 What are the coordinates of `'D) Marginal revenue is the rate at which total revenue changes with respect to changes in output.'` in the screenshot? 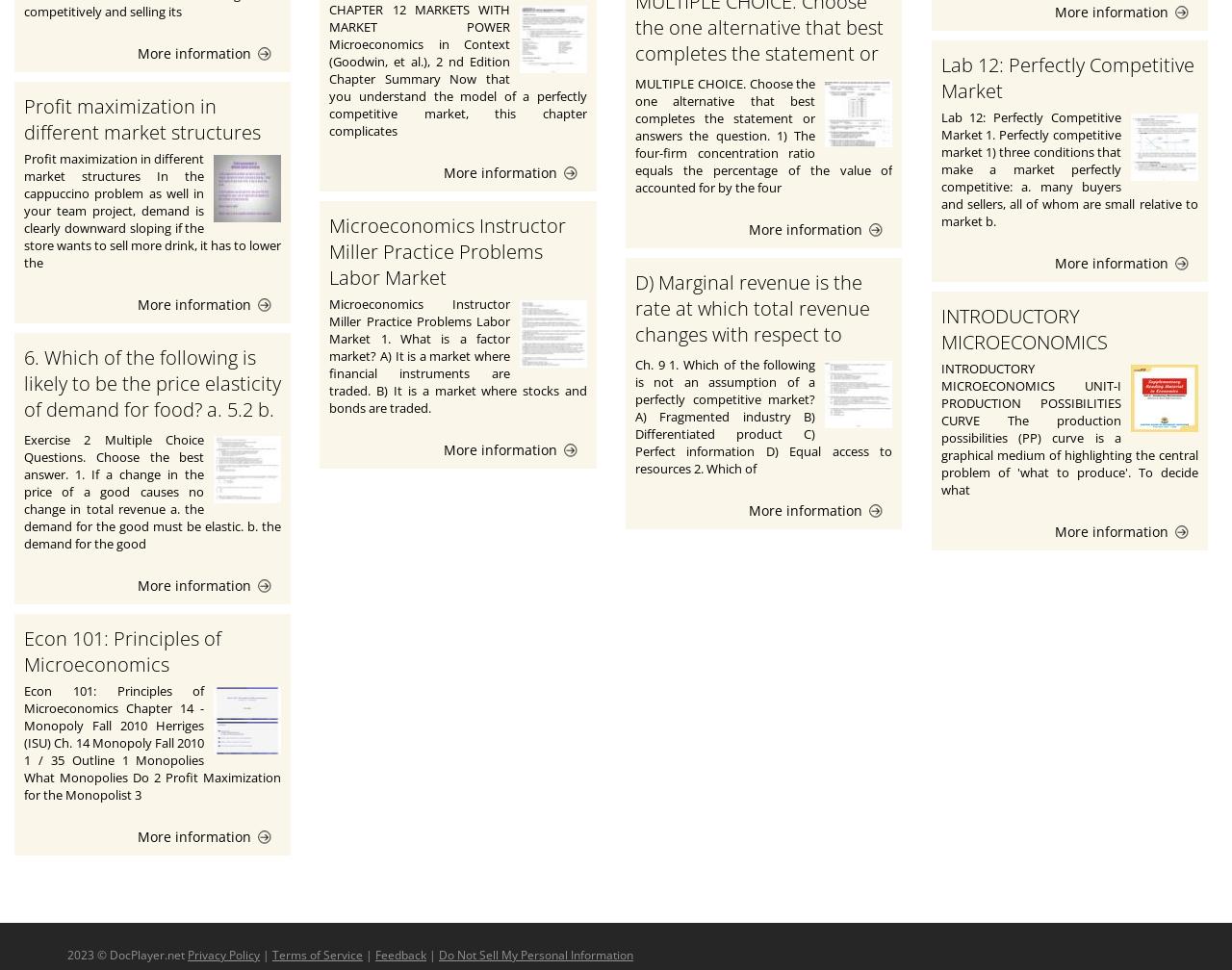 It's located at (751, 320).